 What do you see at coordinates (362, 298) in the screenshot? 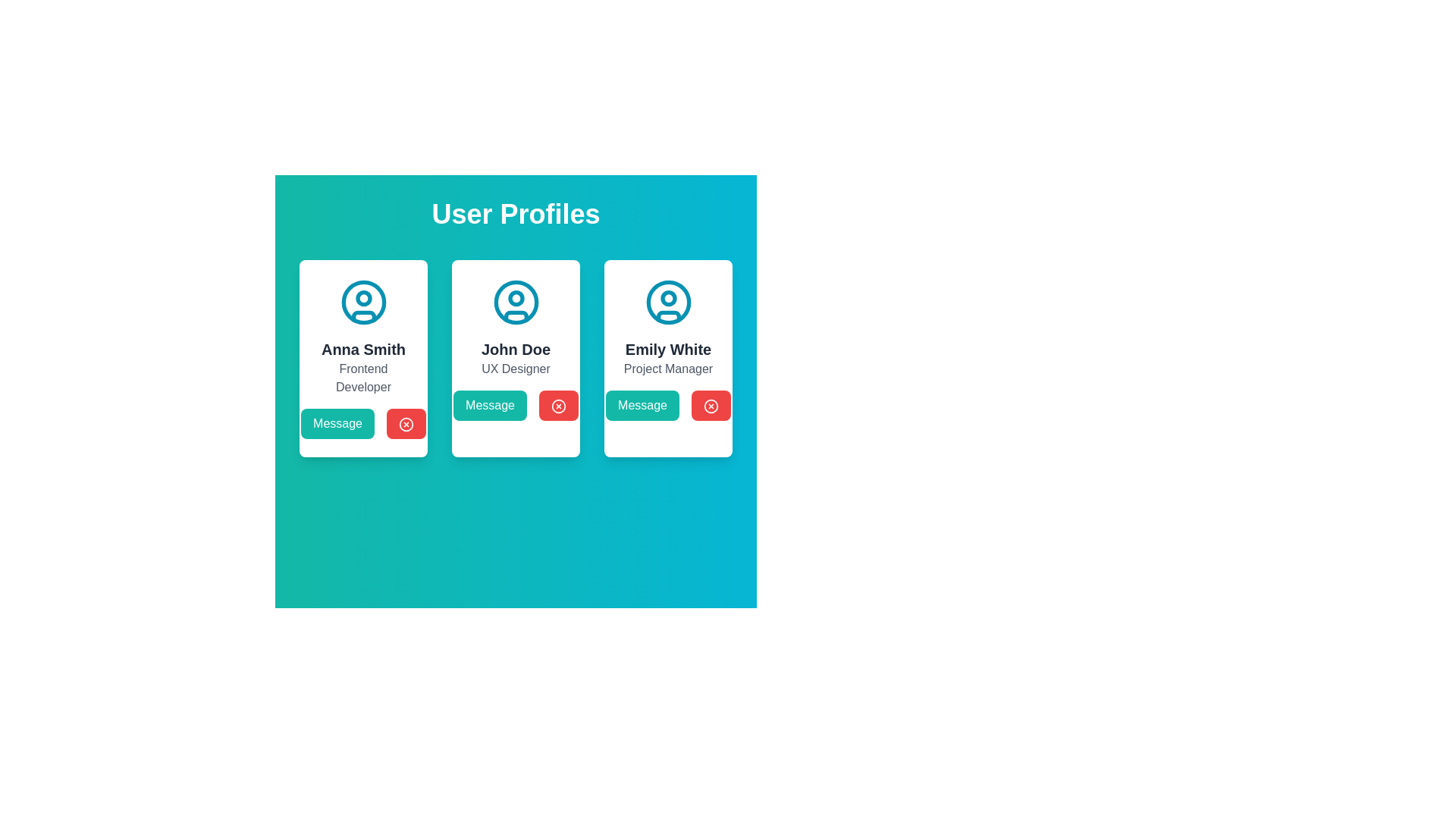
I see `the decorative circle element within the avatar graphic of the user profile card labeled 'Anna Smith', which is located at the top center of the avatar` at bounding box center [362, 298].